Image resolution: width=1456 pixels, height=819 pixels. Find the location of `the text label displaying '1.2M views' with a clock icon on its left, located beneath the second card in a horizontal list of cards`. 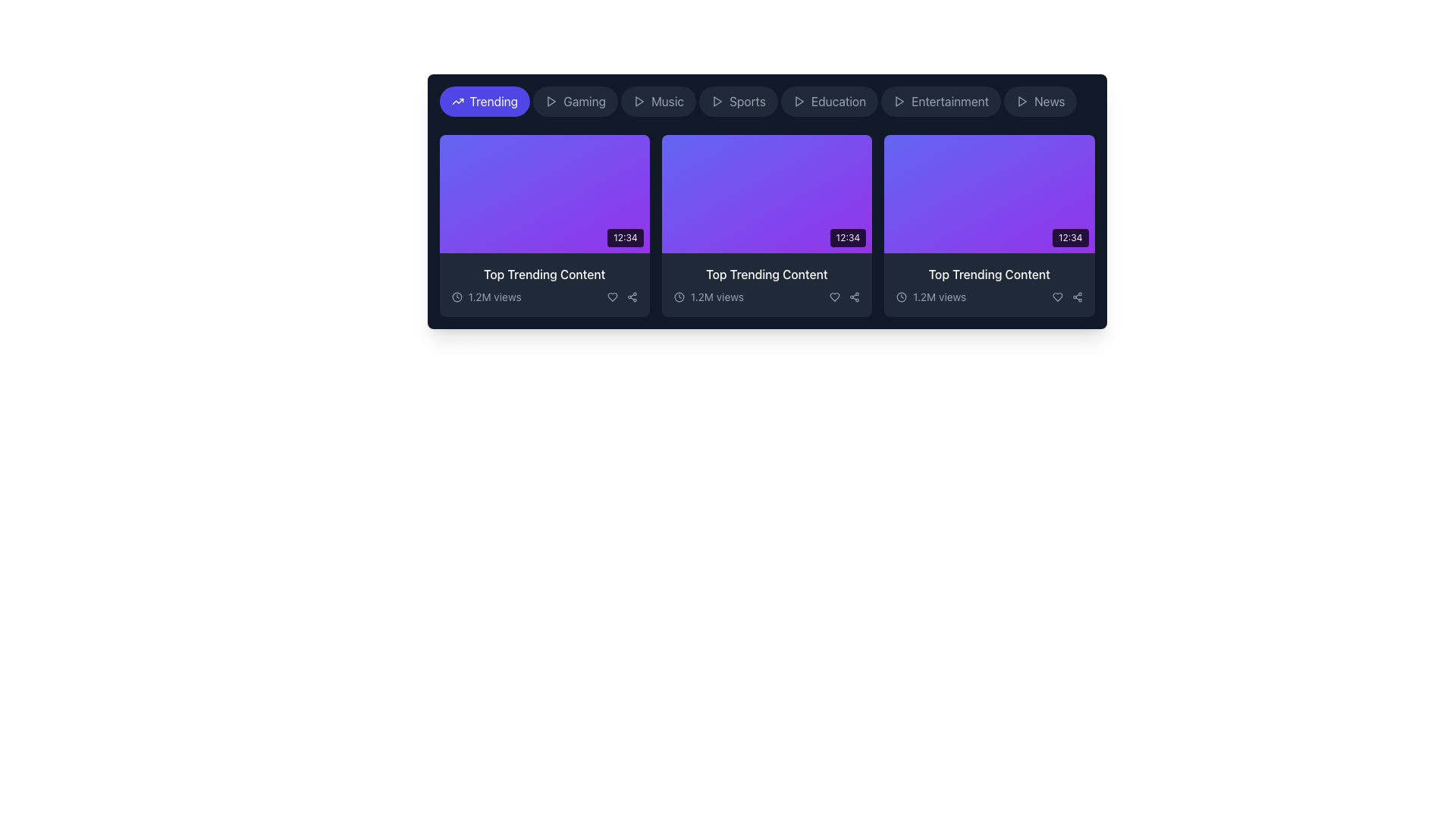

the text label displaying '1.2M views' with a clock icon on its left, located beneath the second card in a horizontal list of cards is located at coordinates (708, 297).